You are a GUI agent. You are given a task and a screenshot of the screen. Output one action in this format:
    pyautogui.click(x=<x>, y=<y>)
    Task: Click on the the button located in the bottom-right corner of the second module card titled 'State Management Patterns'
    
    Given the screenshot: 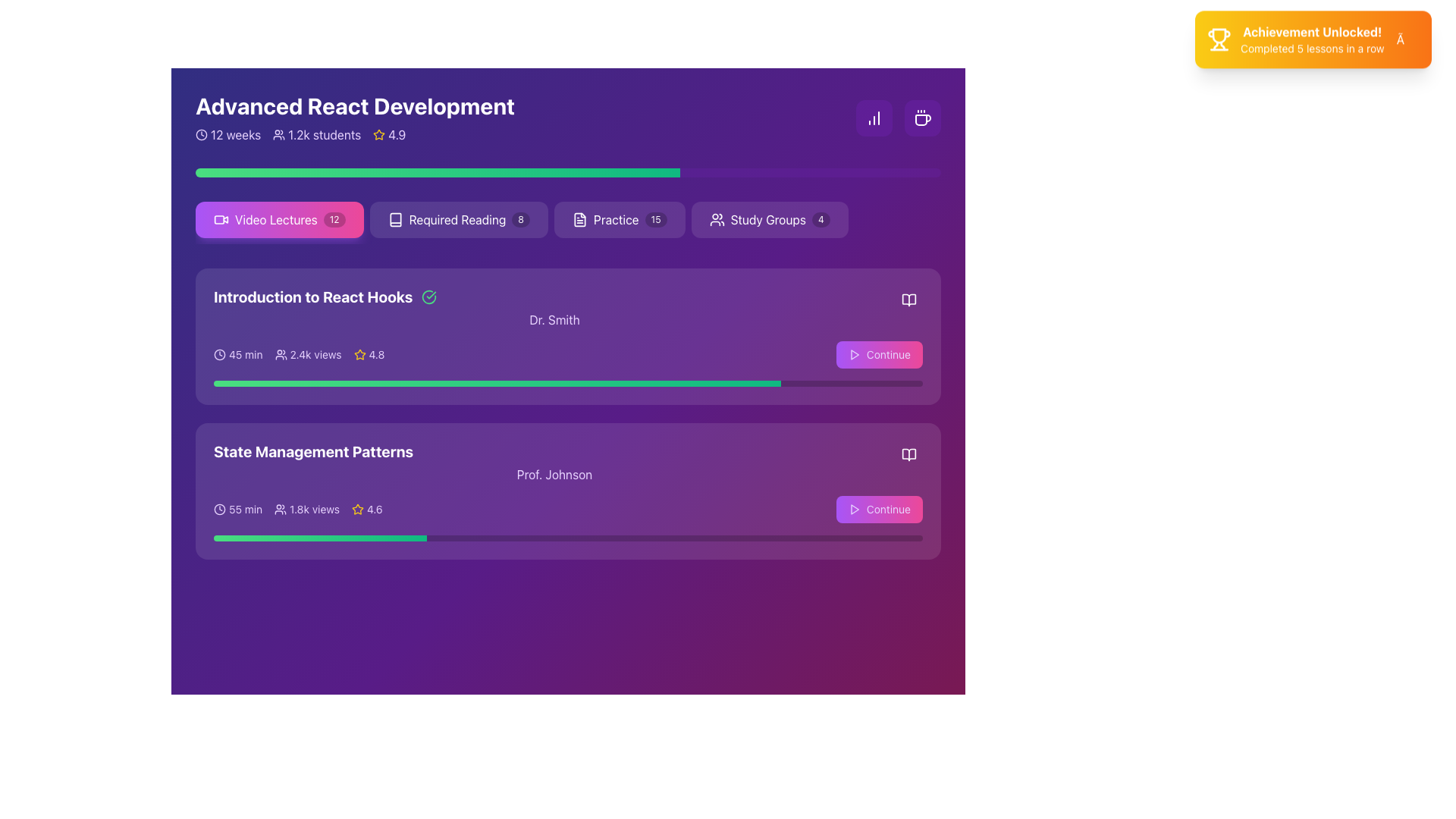 What is the action you would take?
    pyautogui.click(x=878, y=509)
    